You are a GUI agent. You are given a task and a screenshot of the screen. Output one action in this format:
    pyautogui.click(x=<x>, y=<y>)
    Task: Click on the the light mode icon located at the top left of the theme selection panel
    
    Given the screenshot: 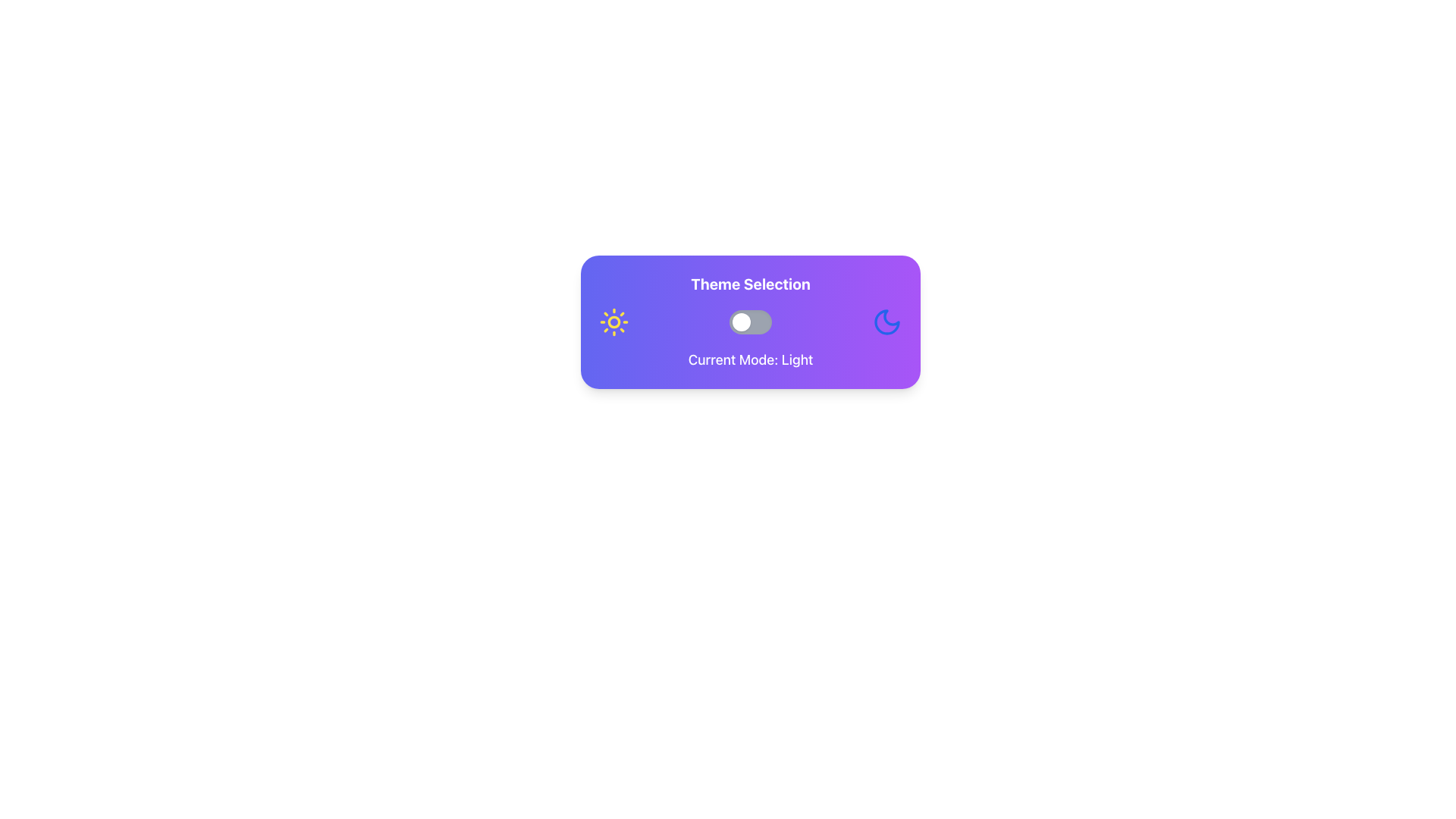 What is the action you would take?
    pyautogui.click(x=614, y=321)
    